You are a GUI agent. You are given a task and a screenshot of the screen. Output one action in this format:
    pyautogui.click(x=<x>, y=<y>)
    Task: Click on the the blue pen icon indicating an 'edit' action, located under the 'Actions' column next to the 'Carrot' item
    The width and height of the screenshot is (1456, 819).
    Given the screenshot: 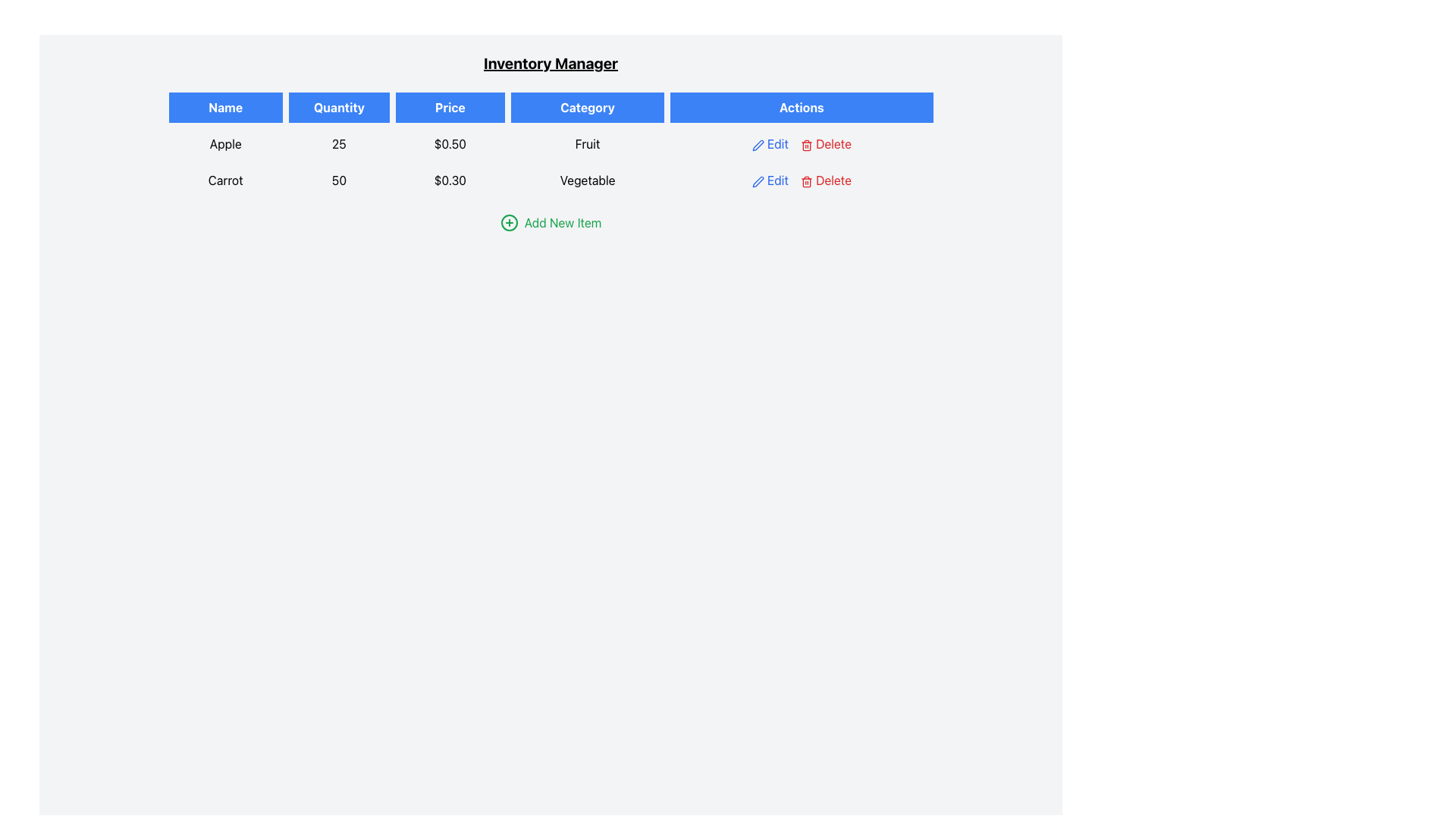 What is the action you would take?
    pyautogui.click(x=758, y=145)
    